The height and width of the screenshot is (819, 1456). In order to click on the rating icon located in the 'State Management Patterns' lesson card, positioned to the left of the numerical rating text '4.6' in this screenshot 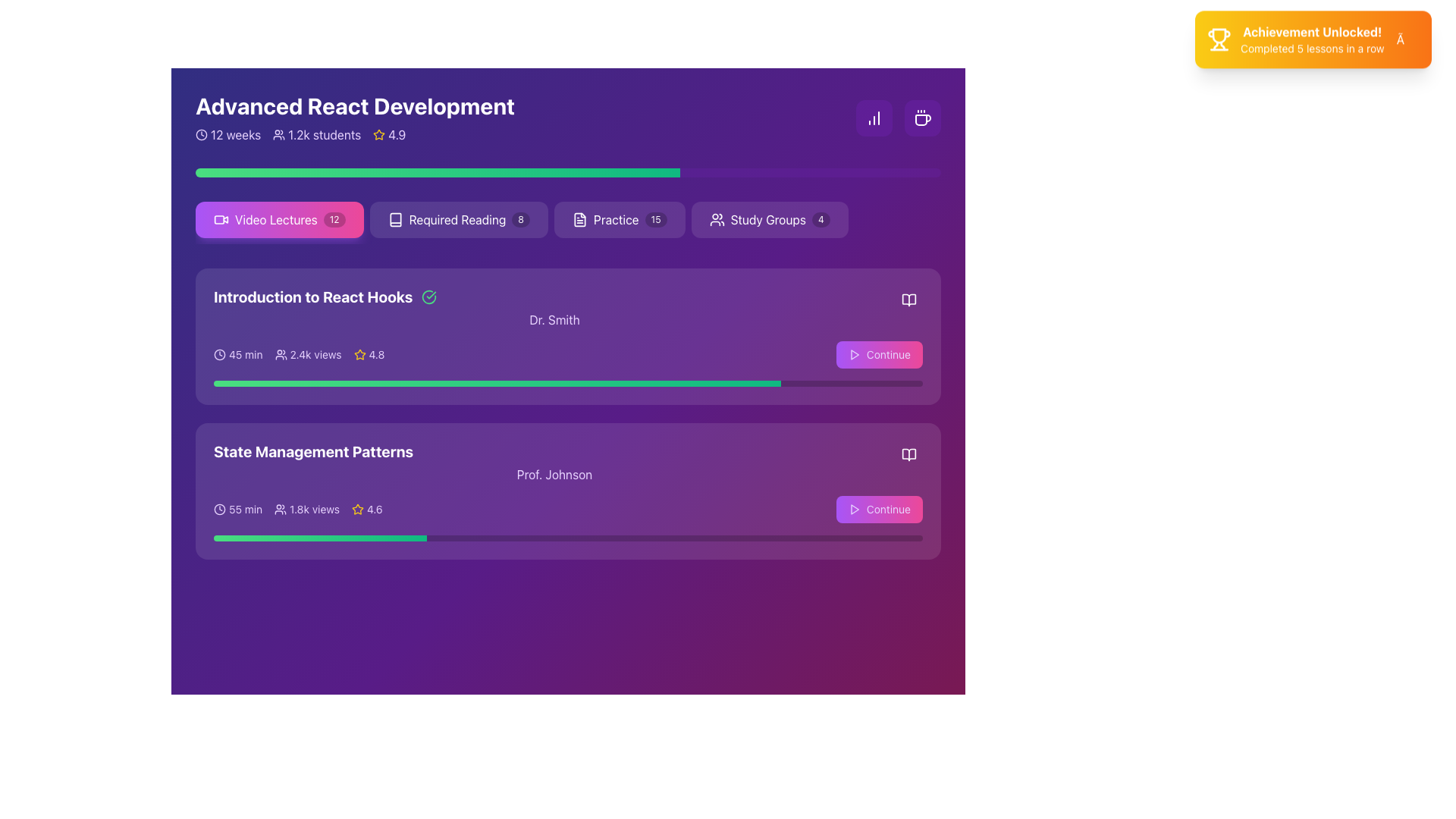, I will do `click(356, 509)`.